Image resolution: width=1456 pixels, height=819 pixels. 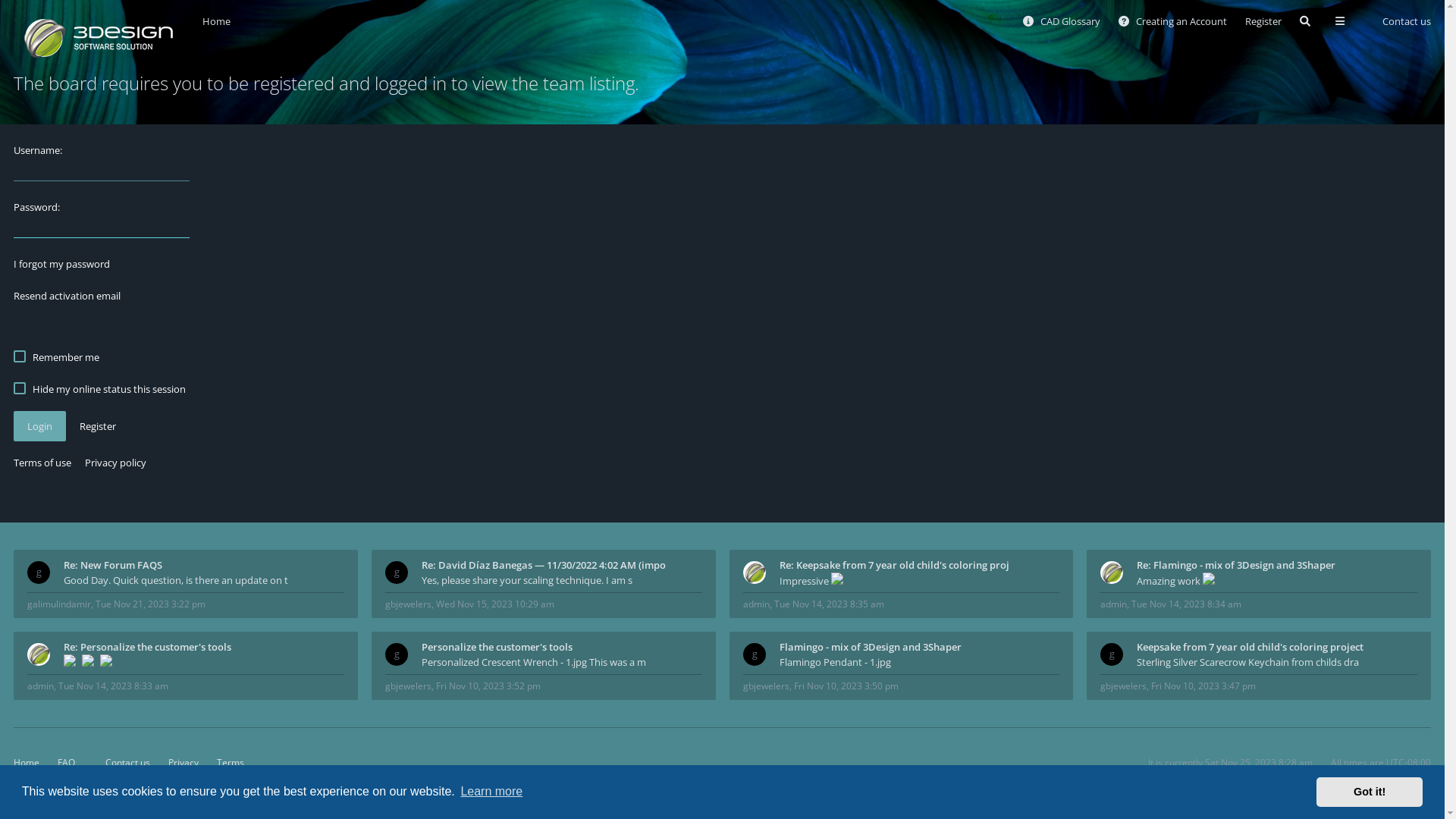 What do you see at coordinates (1276, 580) in the screenshot?
I see `'Amazing work'` at bounding box center [1276, 580].